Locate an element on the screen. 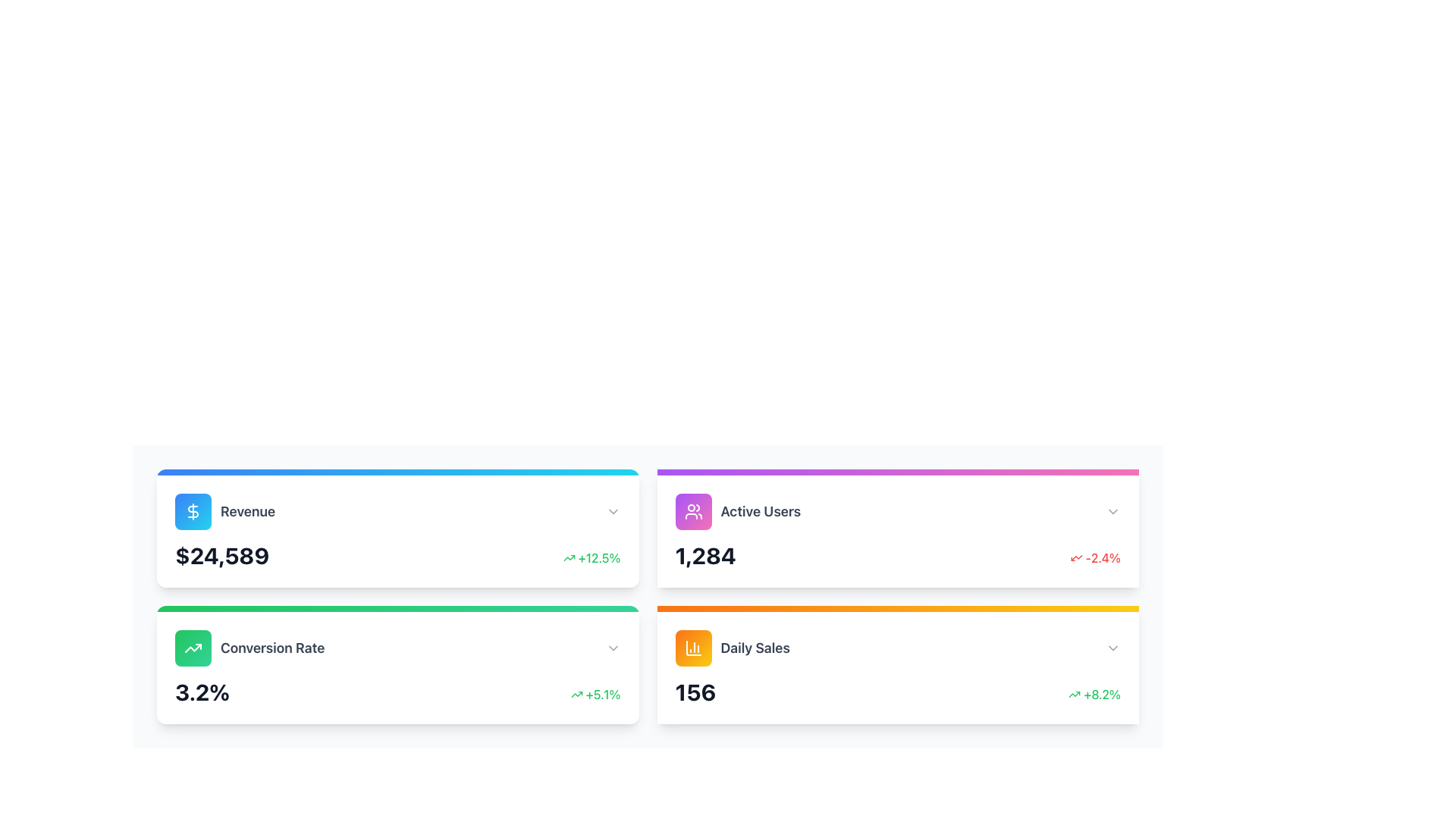  the lower segment of the dollar sign icon within the blue 'Revenue' card located in the top-left section of the interface is located at coordinates (192, 512).